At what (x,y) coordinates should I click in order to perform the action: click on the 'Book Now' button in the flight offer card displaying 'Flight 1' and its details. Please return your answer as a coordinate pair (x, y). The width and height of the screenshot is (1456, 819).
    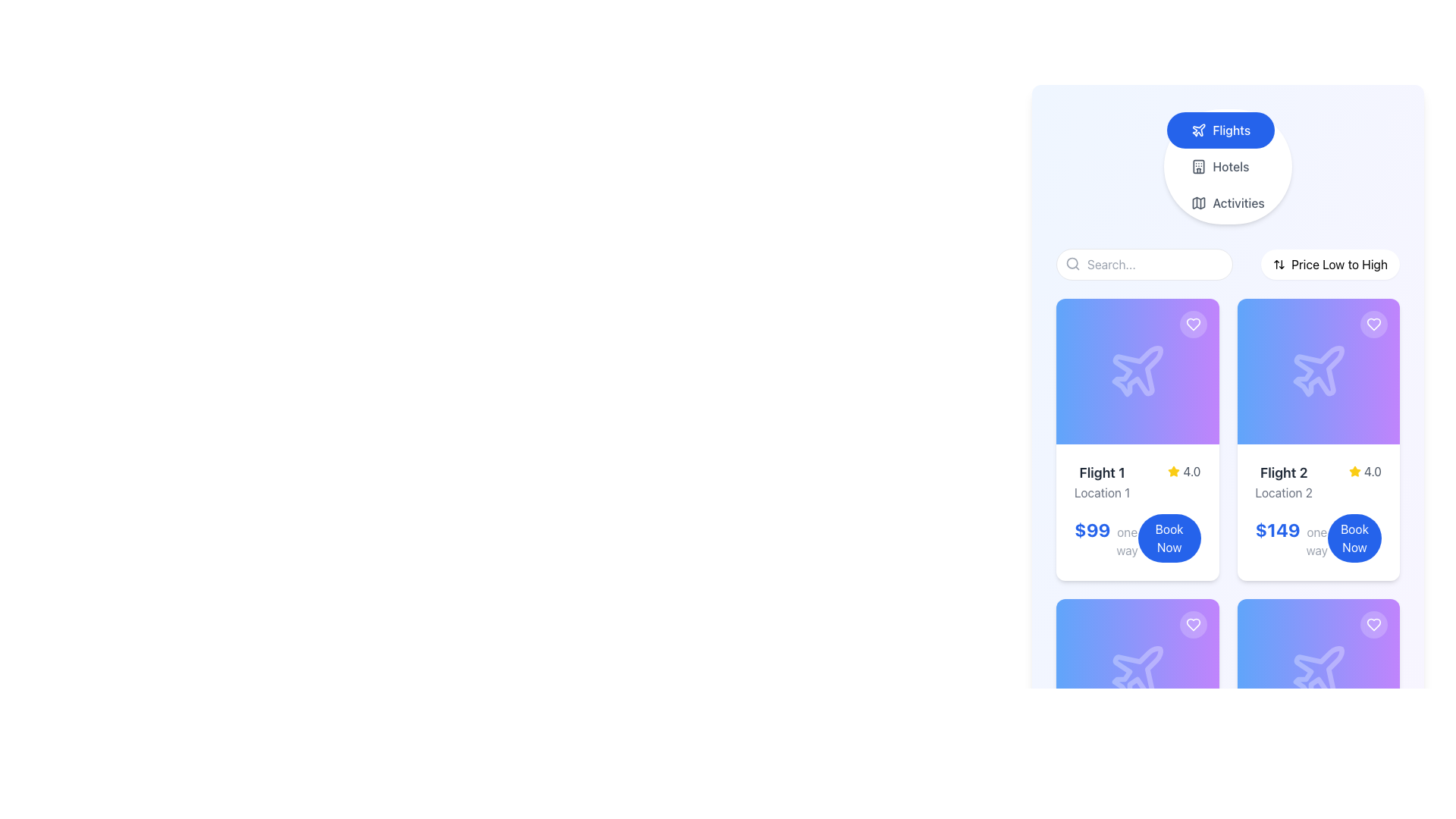
    Looking at the image, I should click on (1137, 512).